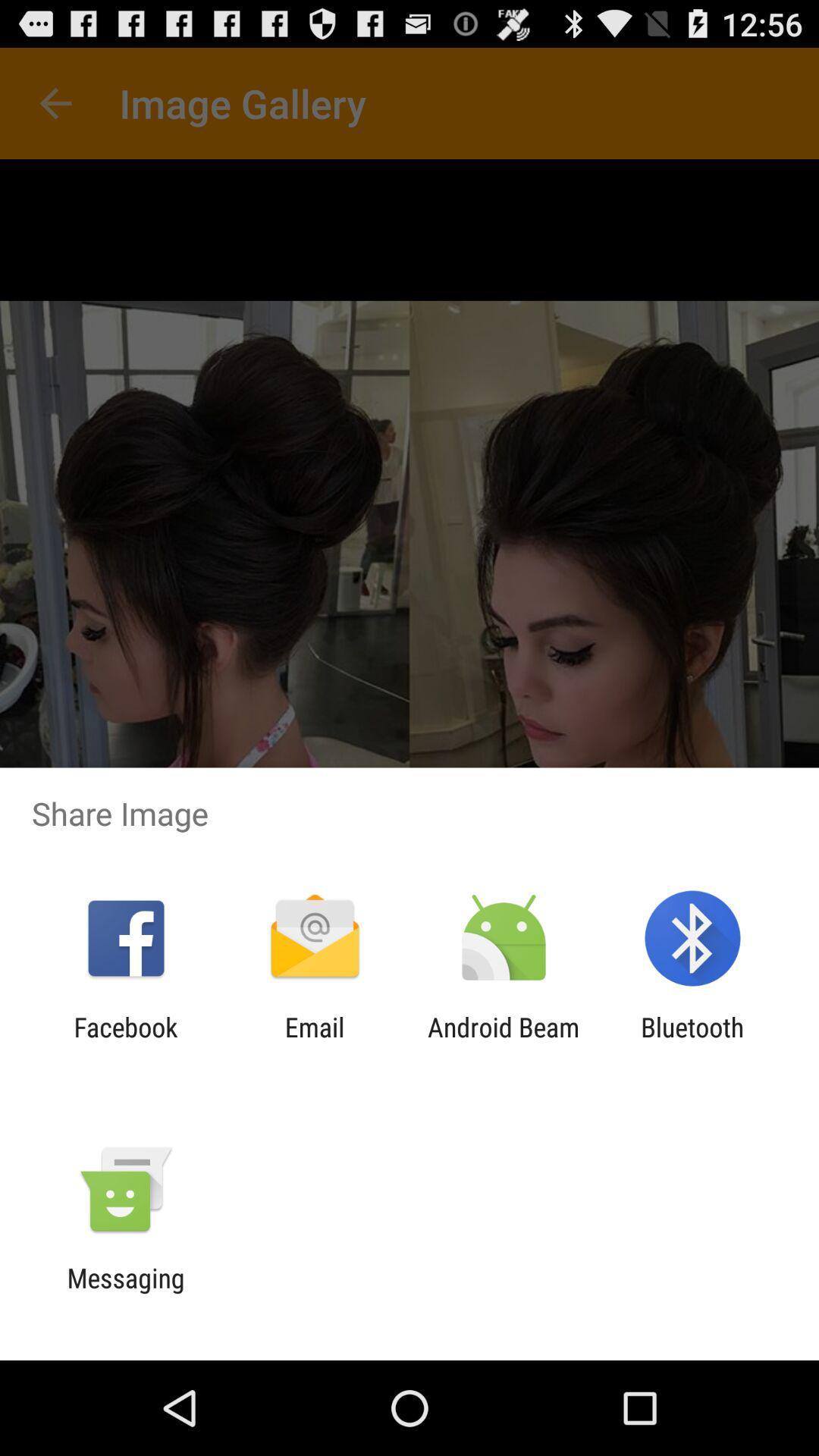 The width and height of the screenshot is (819, 1456). What do you see at coordinates (504, 1042) in the screenshot?
I see `the android beam app` at bounding box center [504, 1042].